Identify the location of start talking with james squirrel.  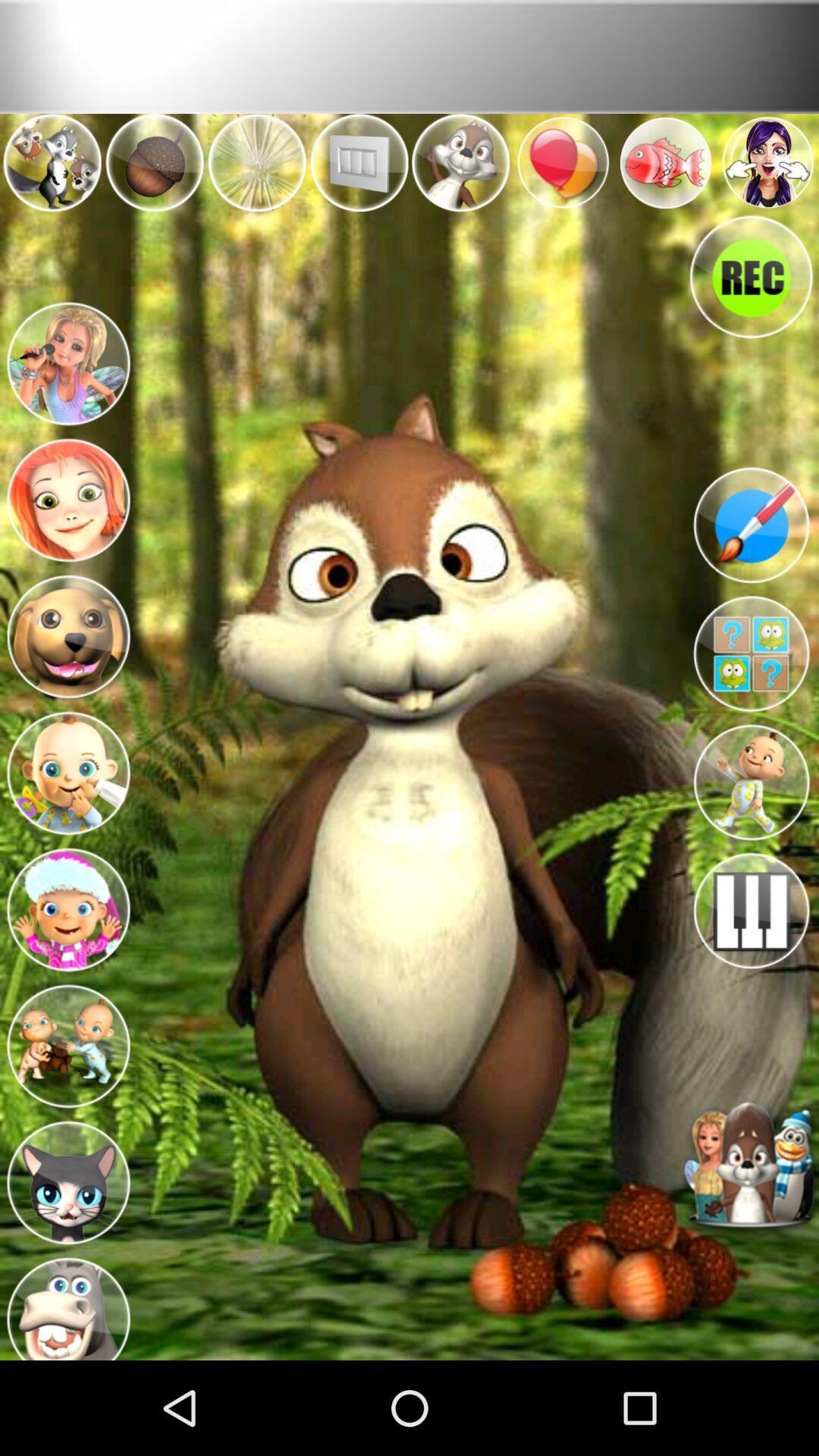
(751, 1167).